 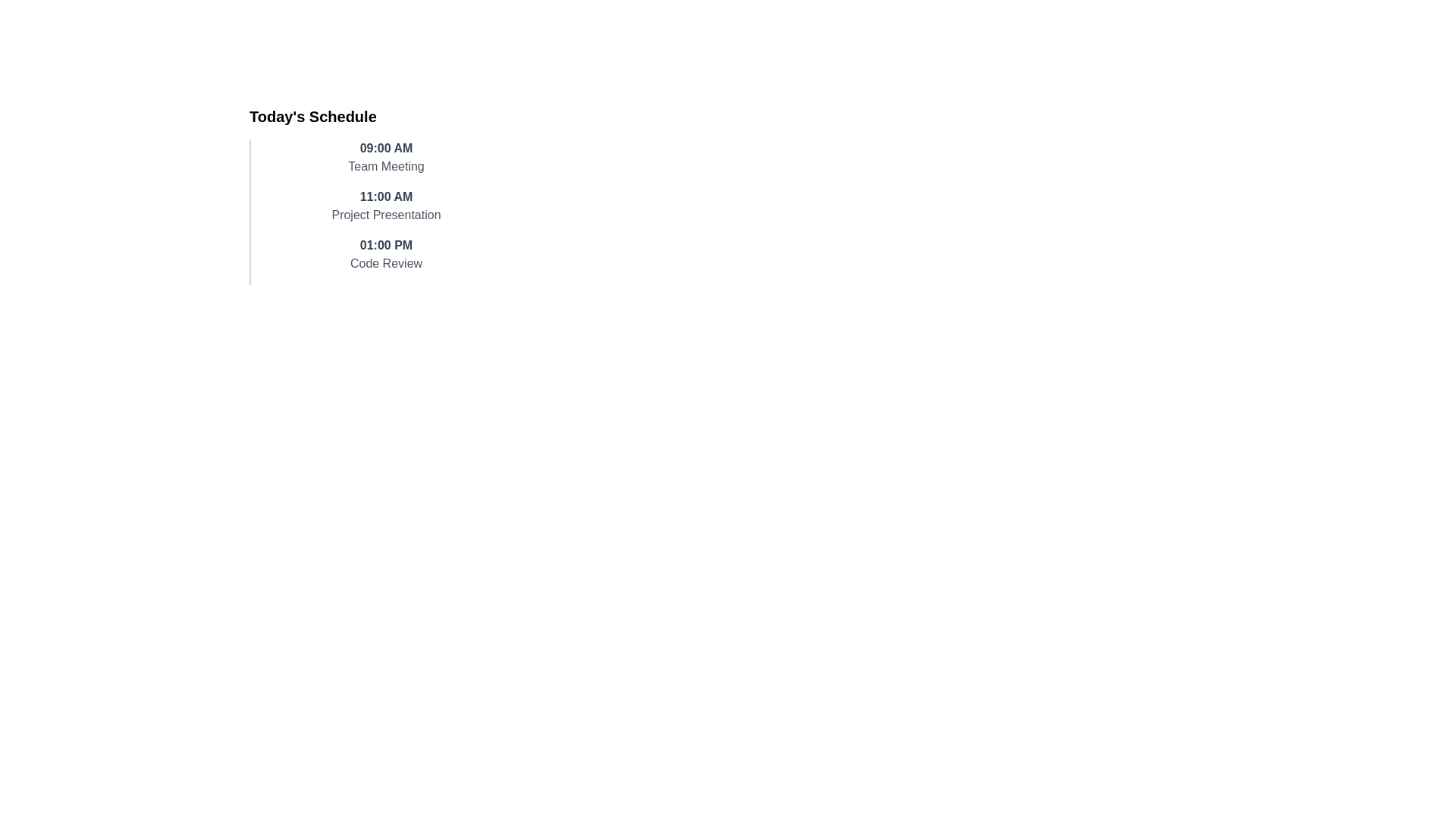 I want to click on the text block displaying the schedule time '01:00 PM Code Review', which is the third item in a vertically stacked schedule list, so click(x=386, y=253).